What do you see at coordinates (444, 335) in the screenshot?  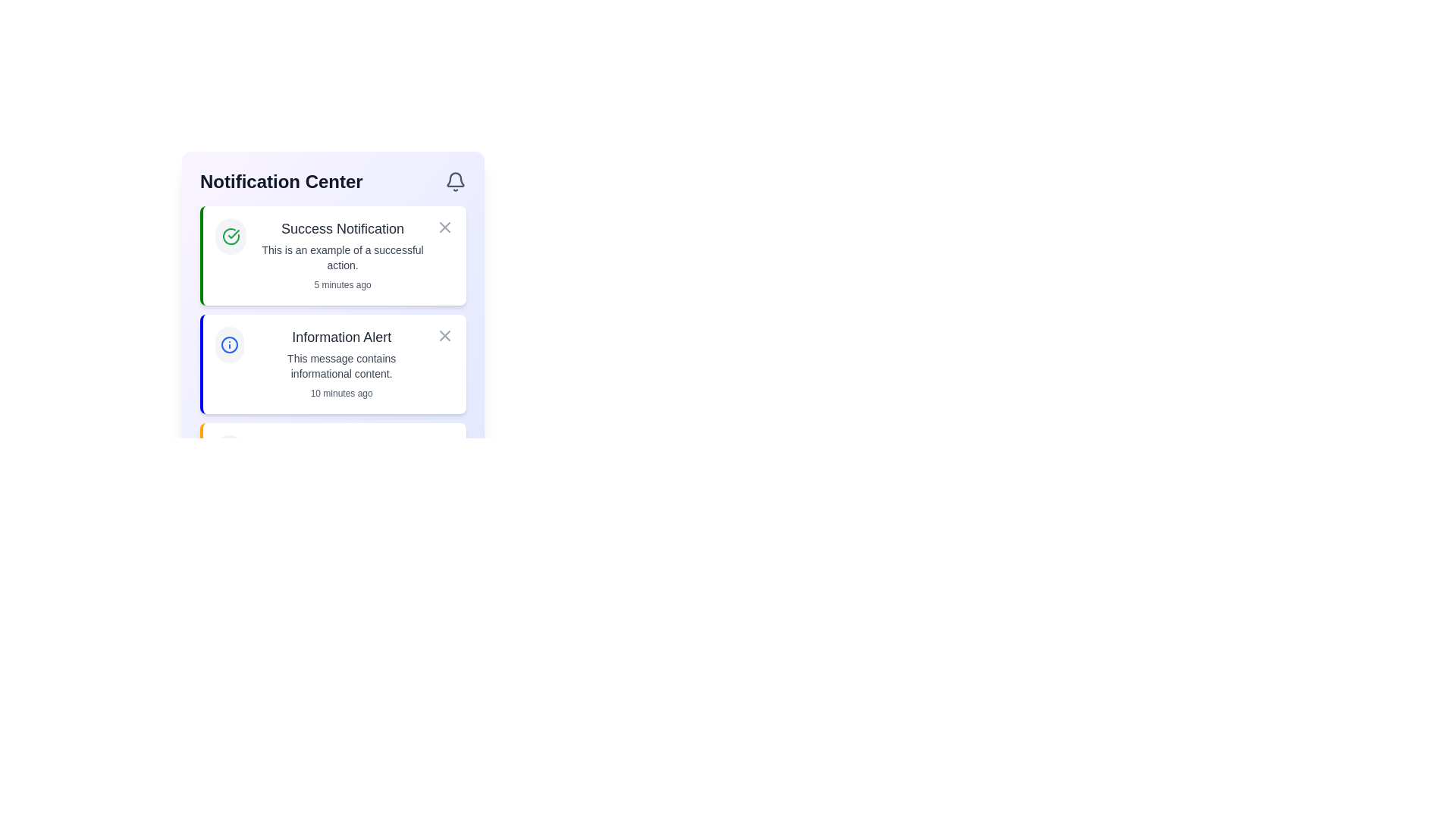 I see `the close button located in the top-right corner of the notification card` at bounding box center [444, 335].